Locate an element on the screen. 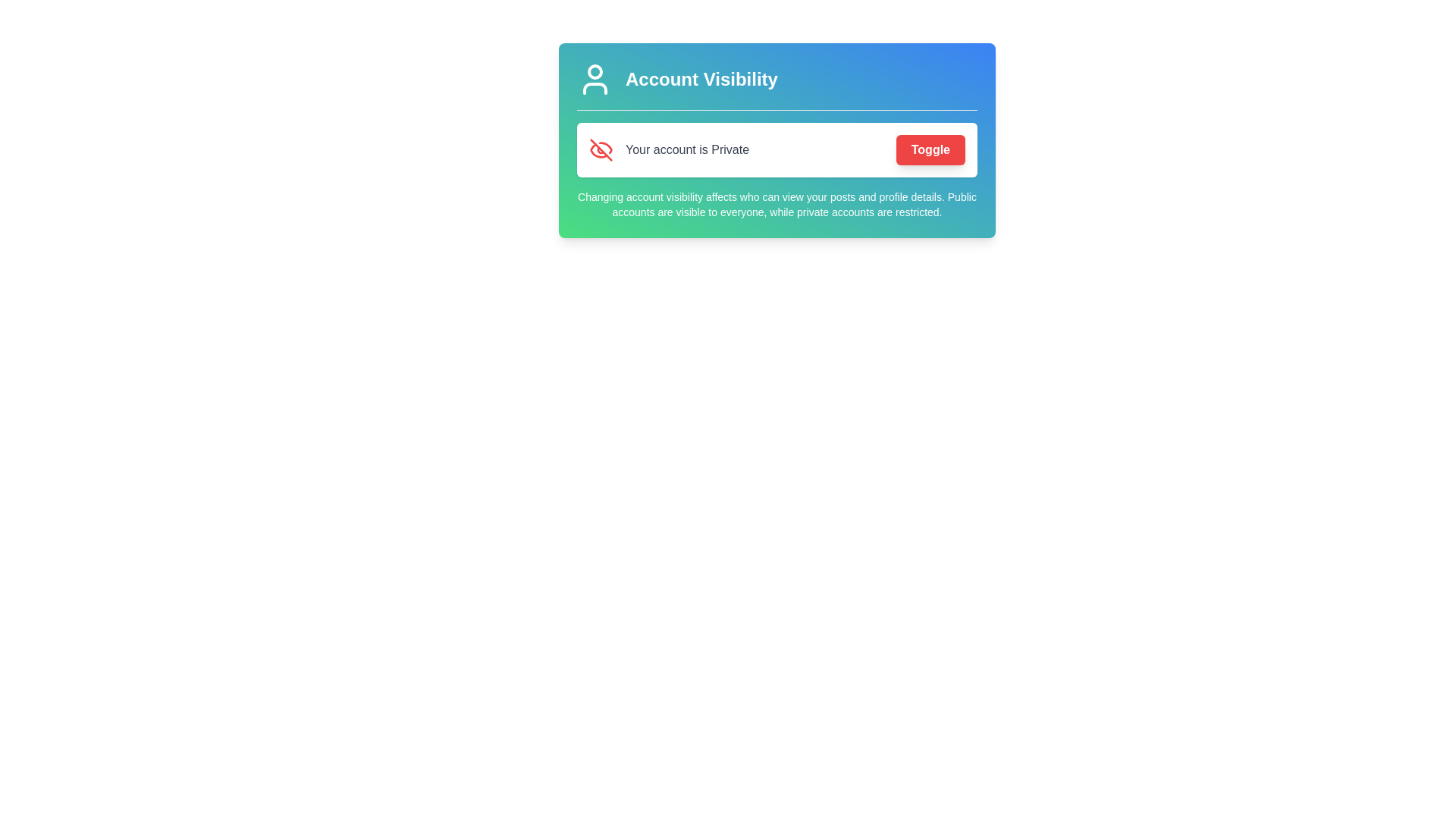  the bold red 'Toggle' button with white text is located at coordinates (930, 149).